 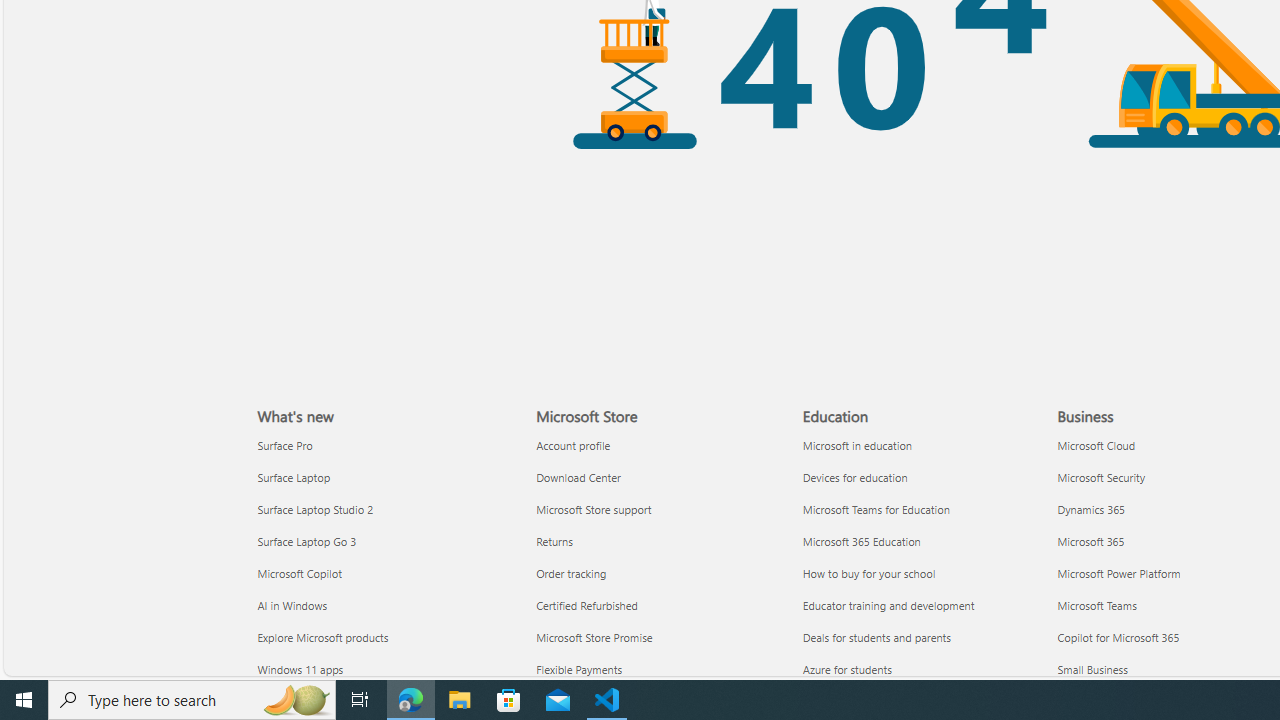 What do you see at coordinates (923, 637) in the screenshot?
I see `'Deals for students and parents'` at bounding box center [923, 637].